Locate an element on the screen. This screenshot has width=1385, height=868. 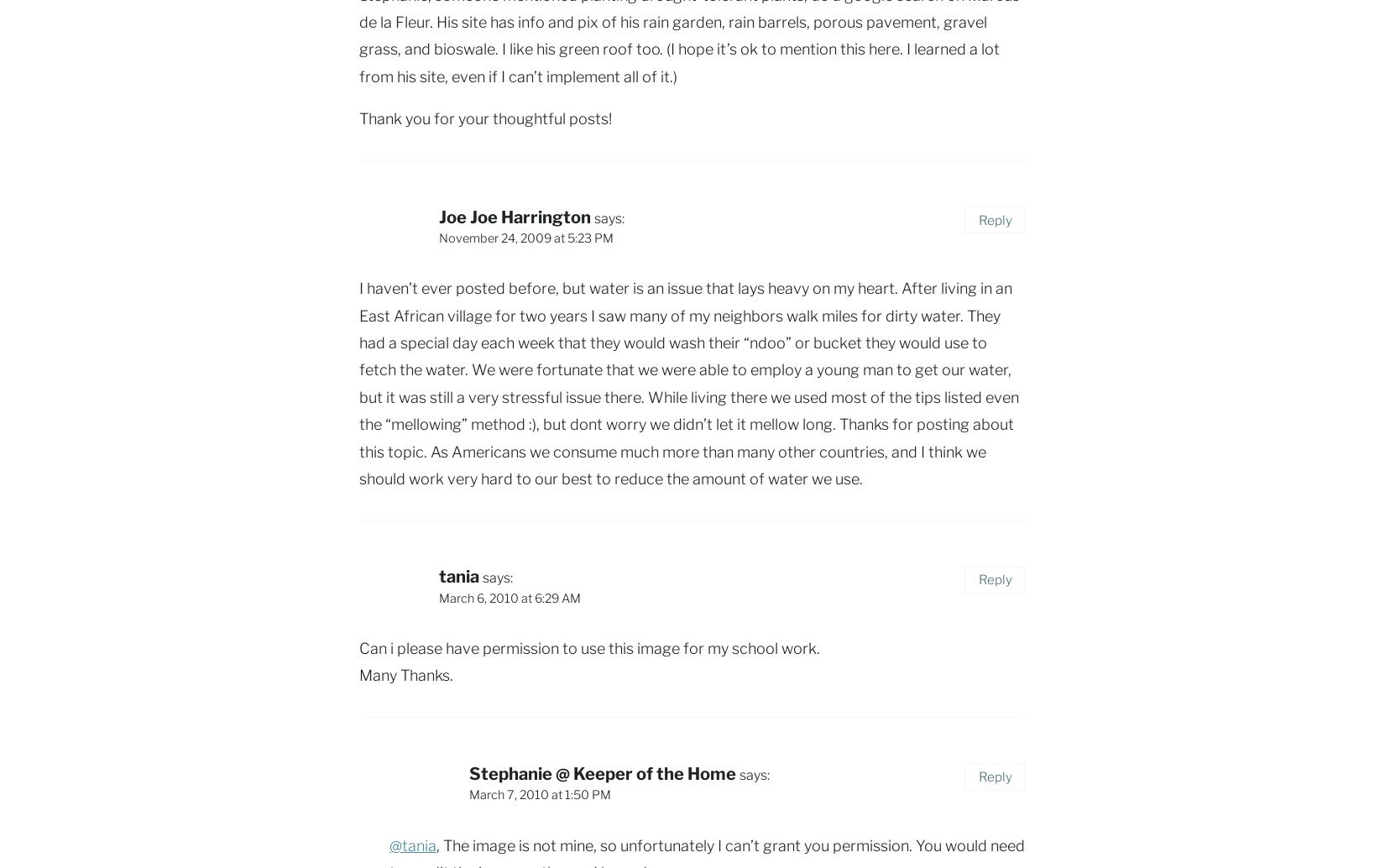
'tania' is located at coordinates (457, 576).